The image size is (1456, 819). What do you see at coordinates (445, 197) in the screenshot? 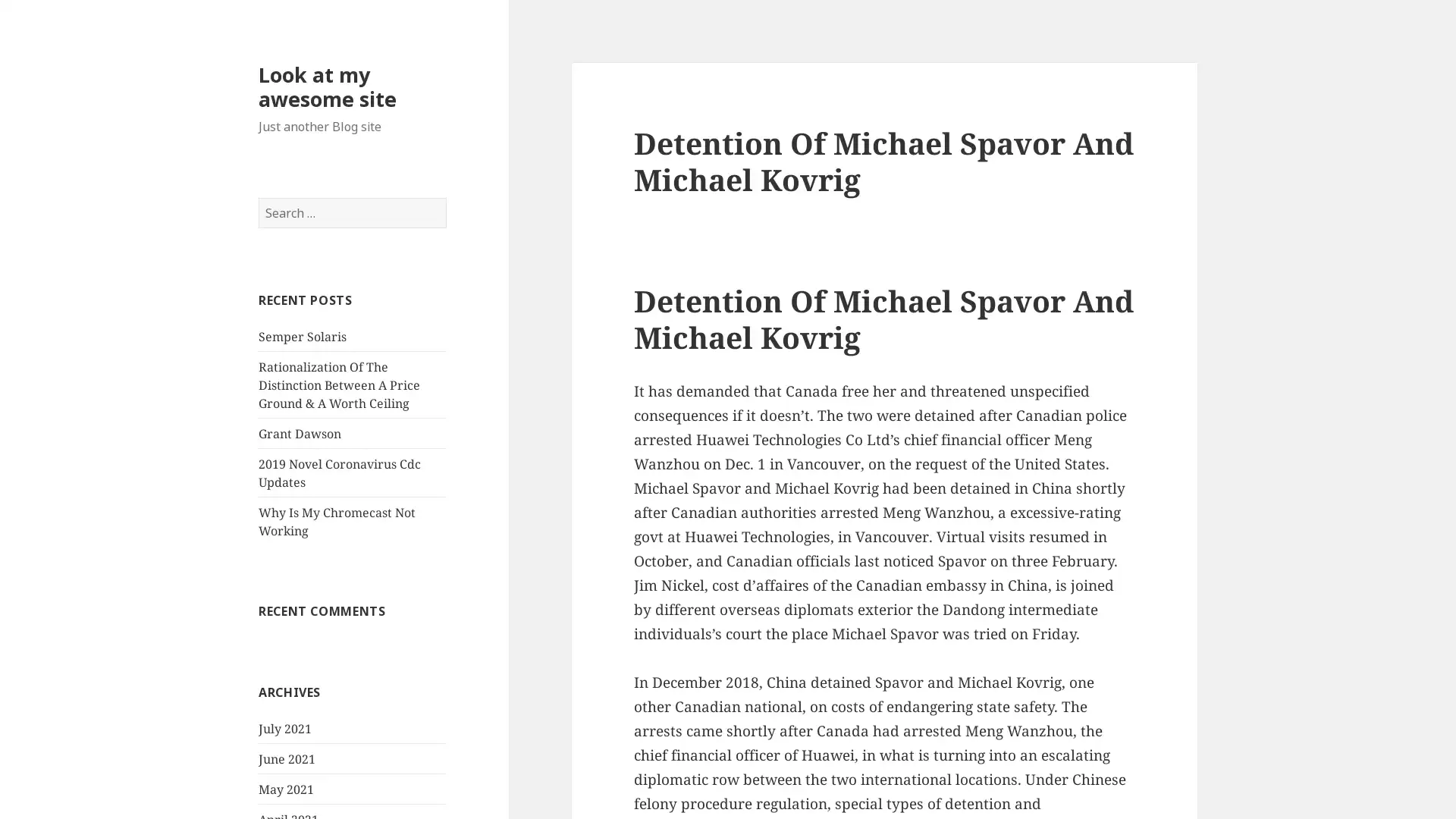
I see `Search` at bounding box center [445, 197].